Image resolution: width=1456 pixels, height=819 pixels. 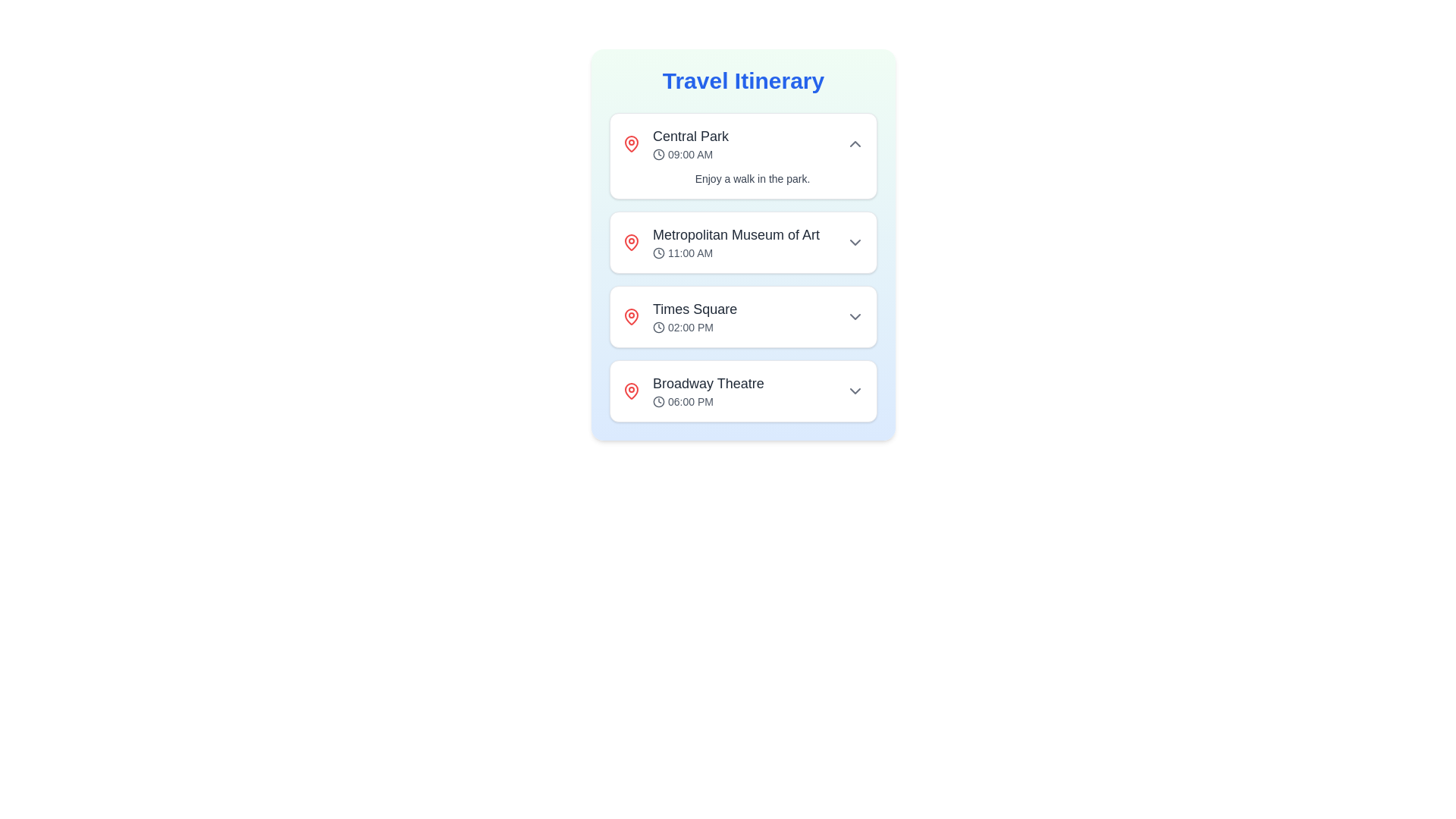 What do you see at coordinates (708, 382) in the screenshot?
I see `title header text for the 'Broadway Theatre' event, which is located at the top-left corner of the section, providing the scheduled time of 06:00 PM` at bounding box center [708, 382].